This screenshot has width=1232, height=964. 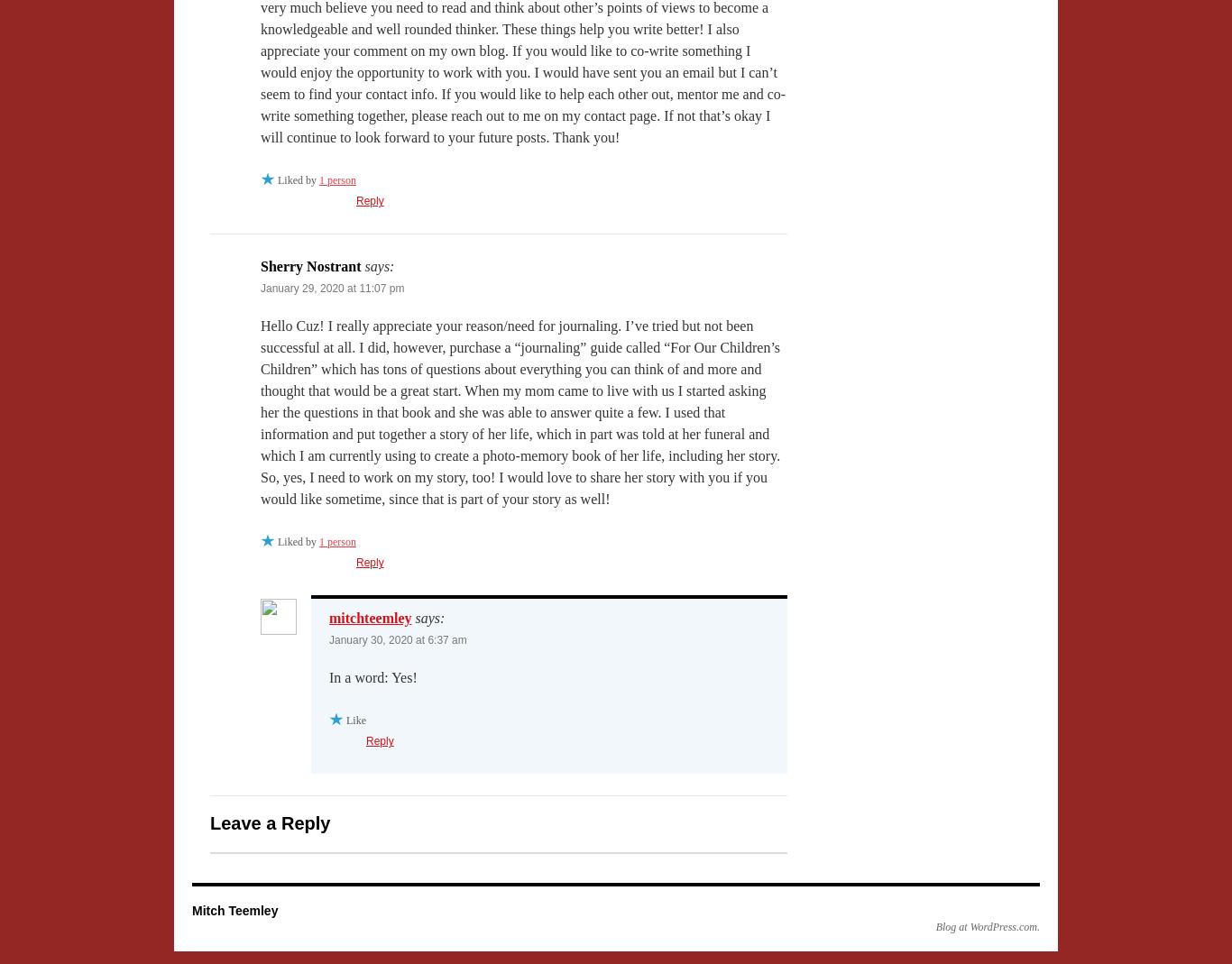 I want to click on 'Like', so click(x=355, y=720).